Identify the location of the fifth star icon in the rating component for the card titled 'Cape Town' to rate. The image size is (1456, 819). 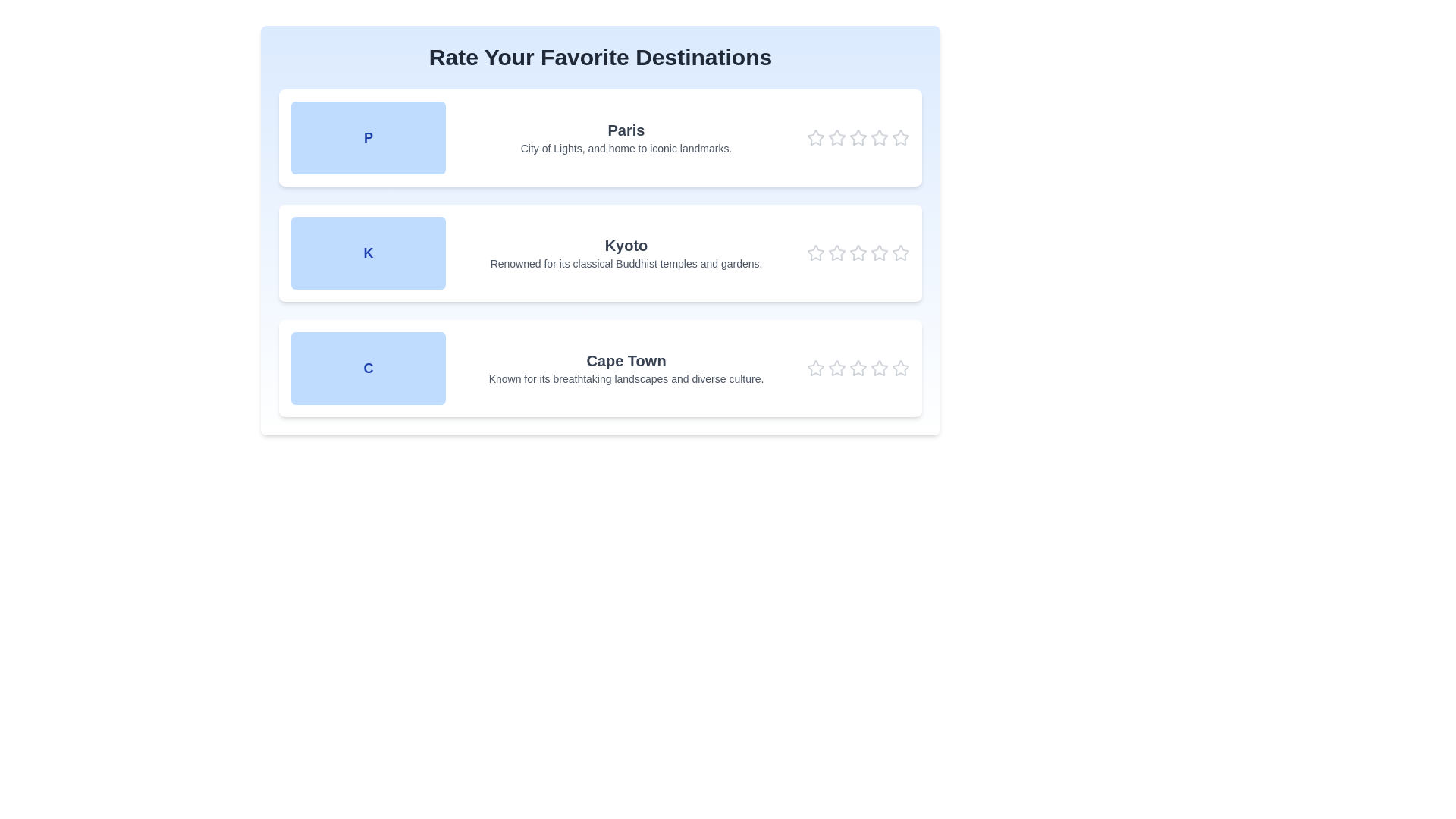
(836, 368).